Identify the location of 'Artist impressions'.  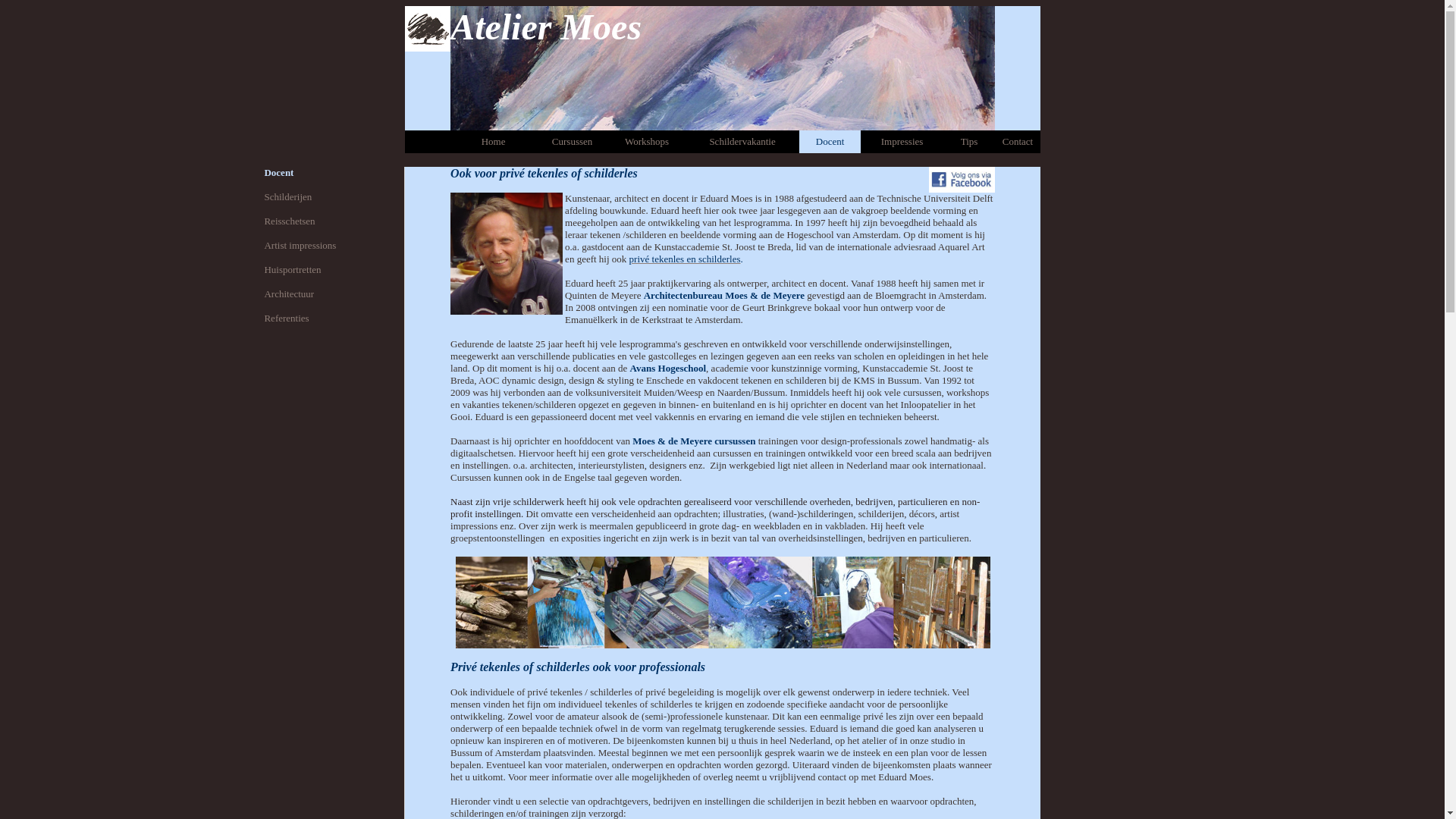
(300, 244).